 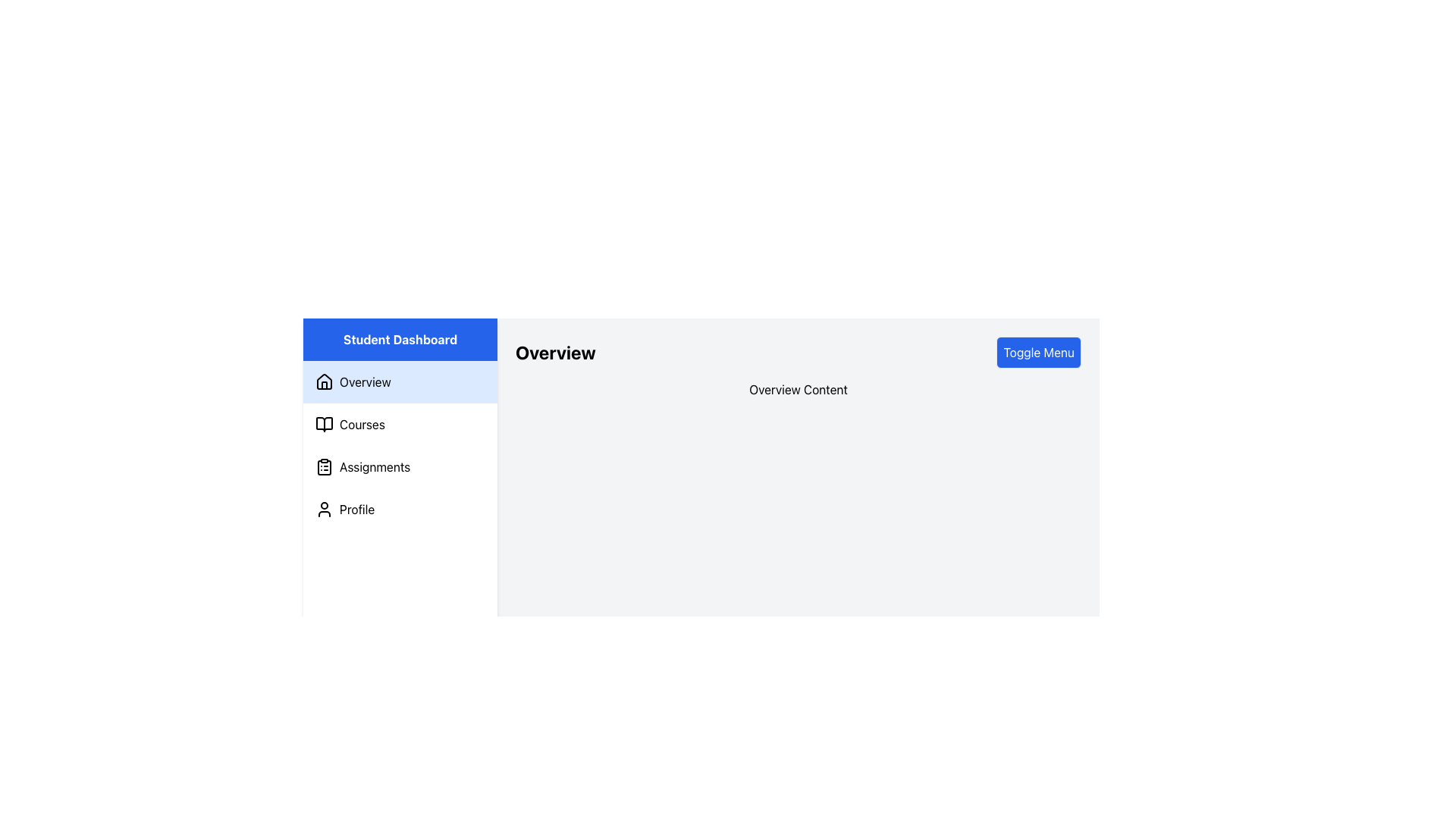 What do you see at coordinates (400, 424) in the screenshot?
I see `the 'Courses' menu item located in the vertical menu, second from the top, below 'Overview' and above 'Assignments'` at bounding box center [400, 424].